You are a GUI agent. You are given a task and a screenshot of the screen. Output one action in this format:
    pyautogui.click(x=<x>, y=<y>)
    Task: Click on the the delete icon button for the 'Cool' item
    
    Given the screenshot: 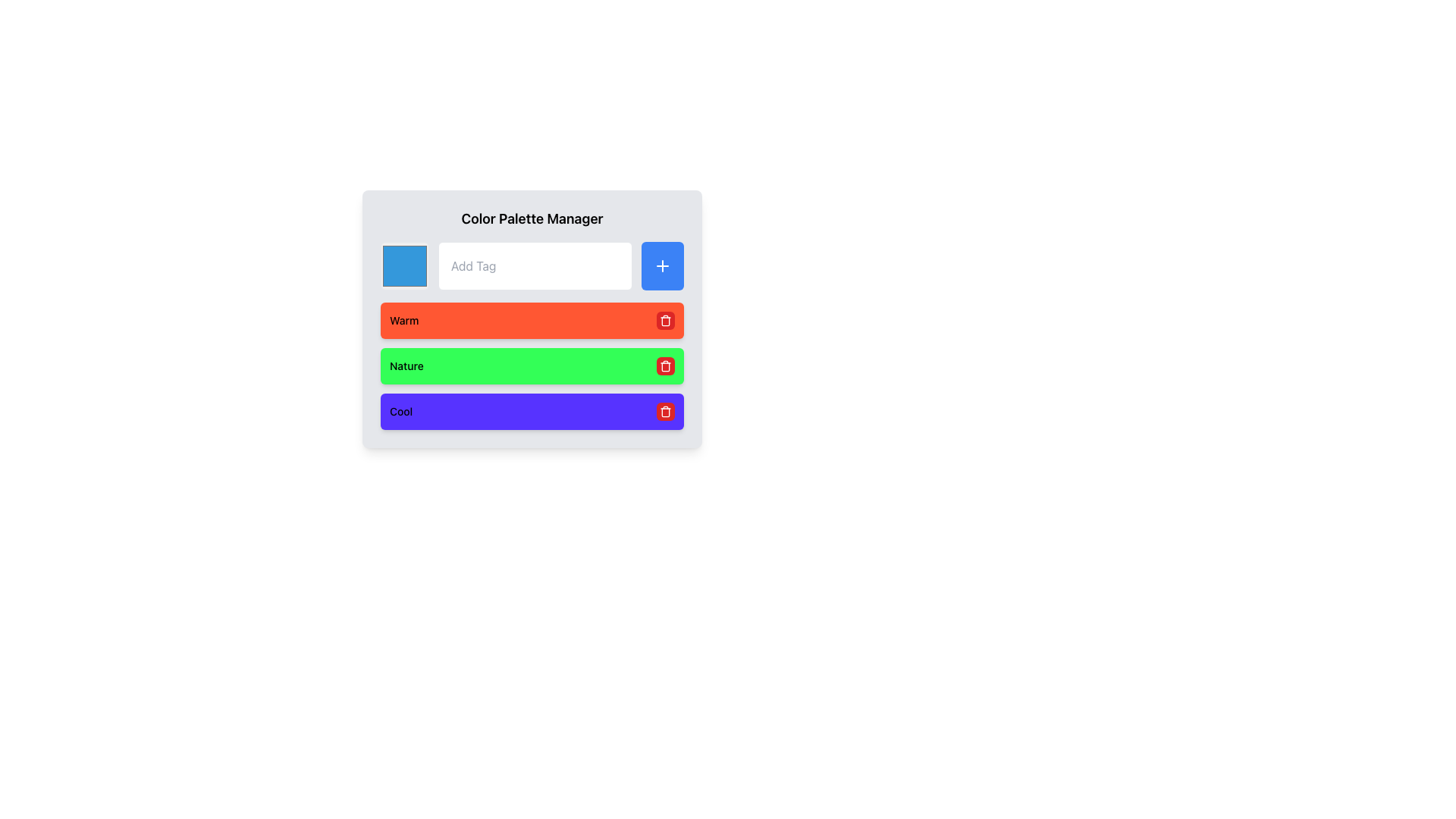 What is the action you would take?
    pyautogui.click(x=666, y=412)
    